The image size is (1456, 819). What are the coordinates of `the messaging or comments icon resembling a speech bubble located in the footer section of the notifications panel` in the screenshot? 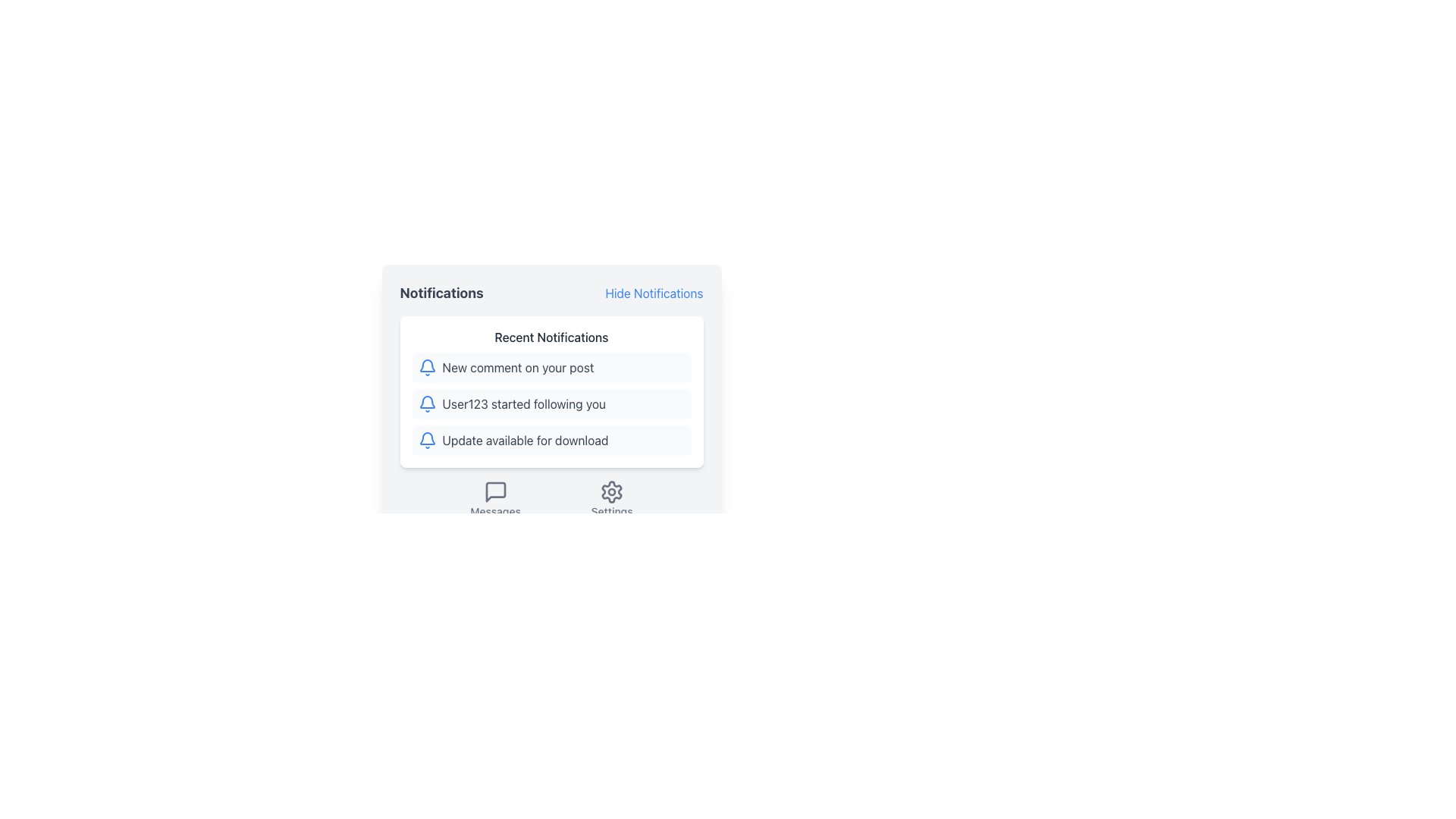 It's located at (495, 491).